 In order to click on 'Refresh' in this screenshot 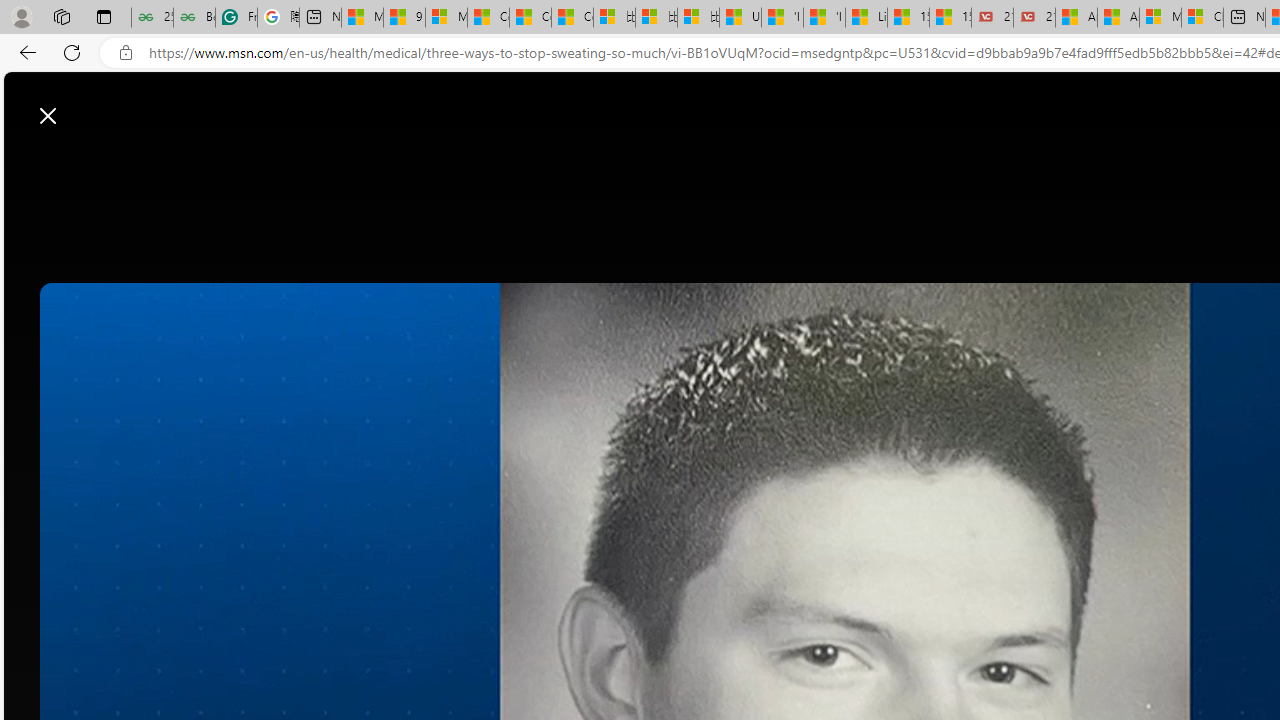, I will do `click(72, 51)`.